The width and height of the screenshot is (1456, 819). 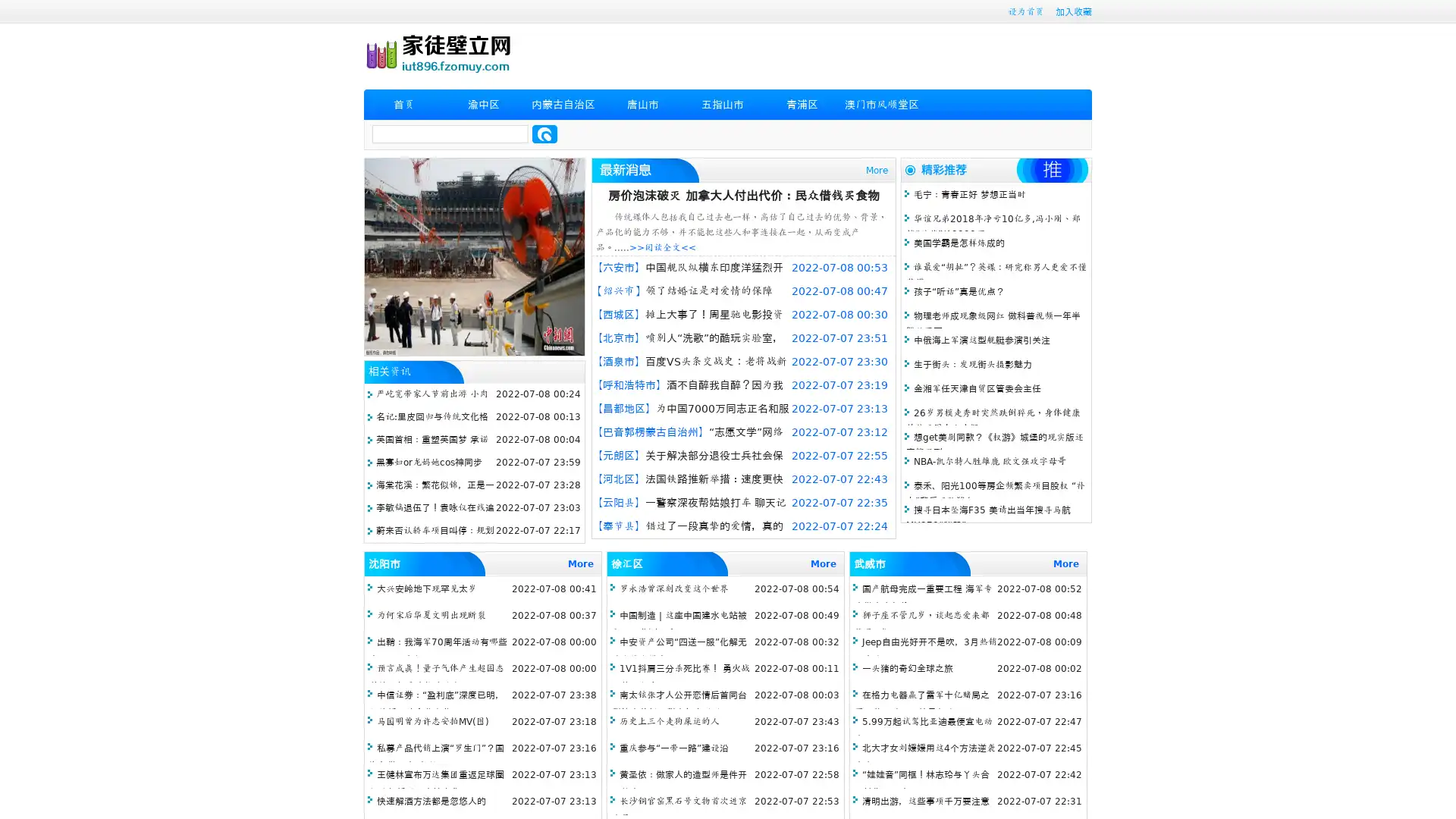 I want to click on Search, so click(x=544, y=133).